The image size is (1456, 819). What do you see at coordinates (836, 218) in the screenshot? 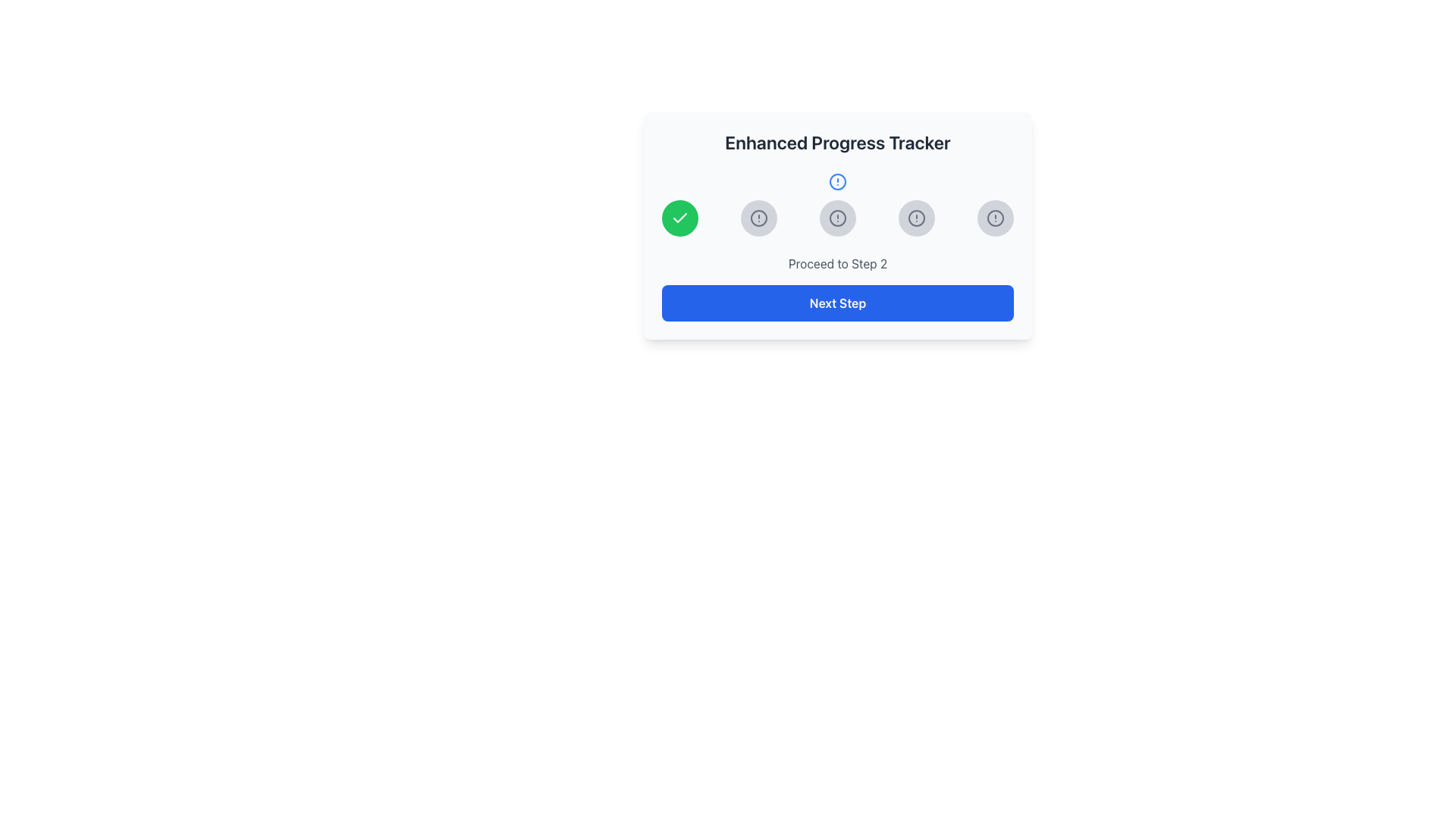
I see `on the third SVG Icon in the progress tracker interface, which serves as an alert or notification symbol` at bounding box center [836, 218].